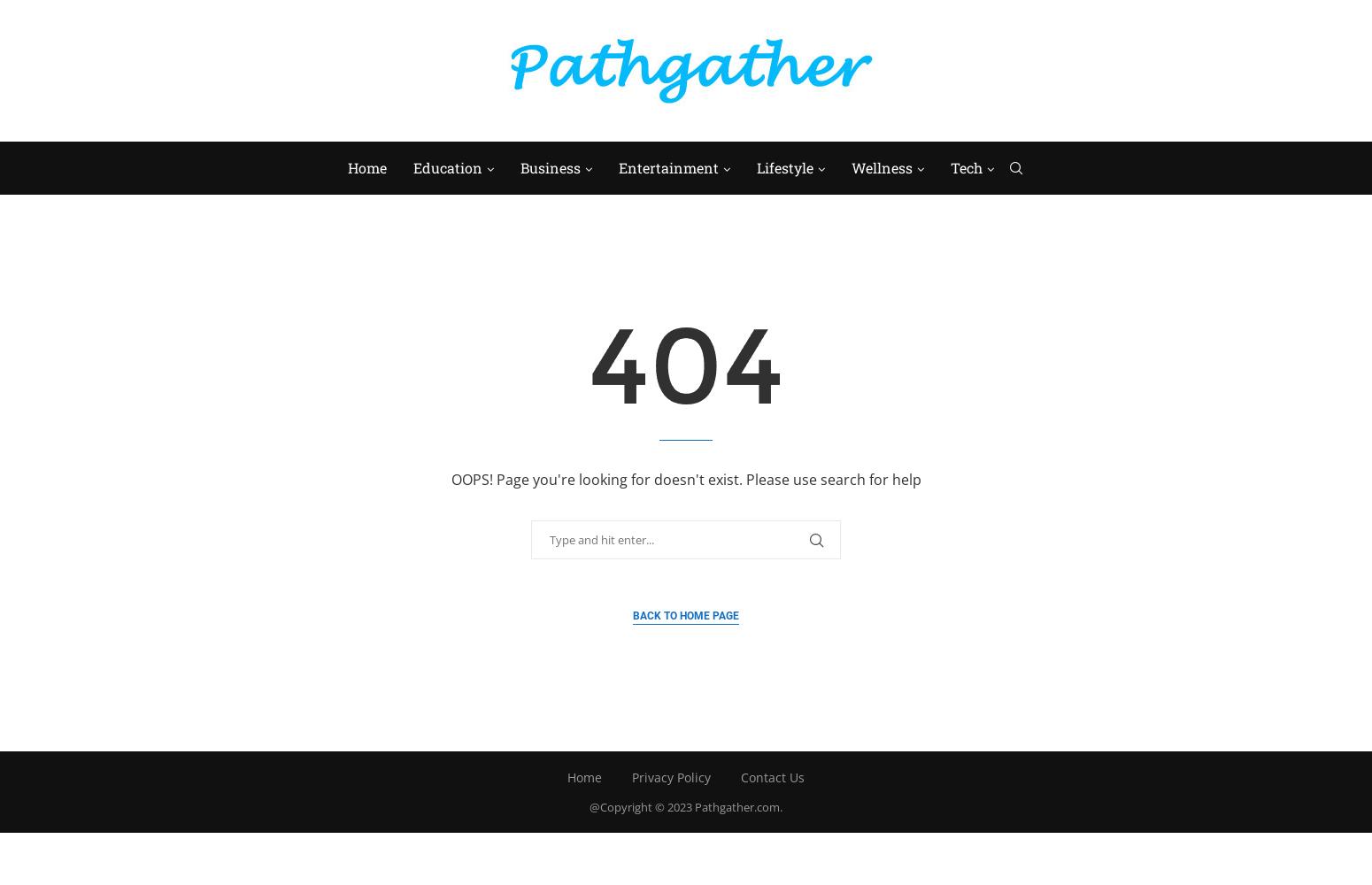 This screenshot has width=1372, height=885. What do you see at coordinates (950, 166) in the screenshot?
I see `'Tech'` at bounding box center [950, 166].